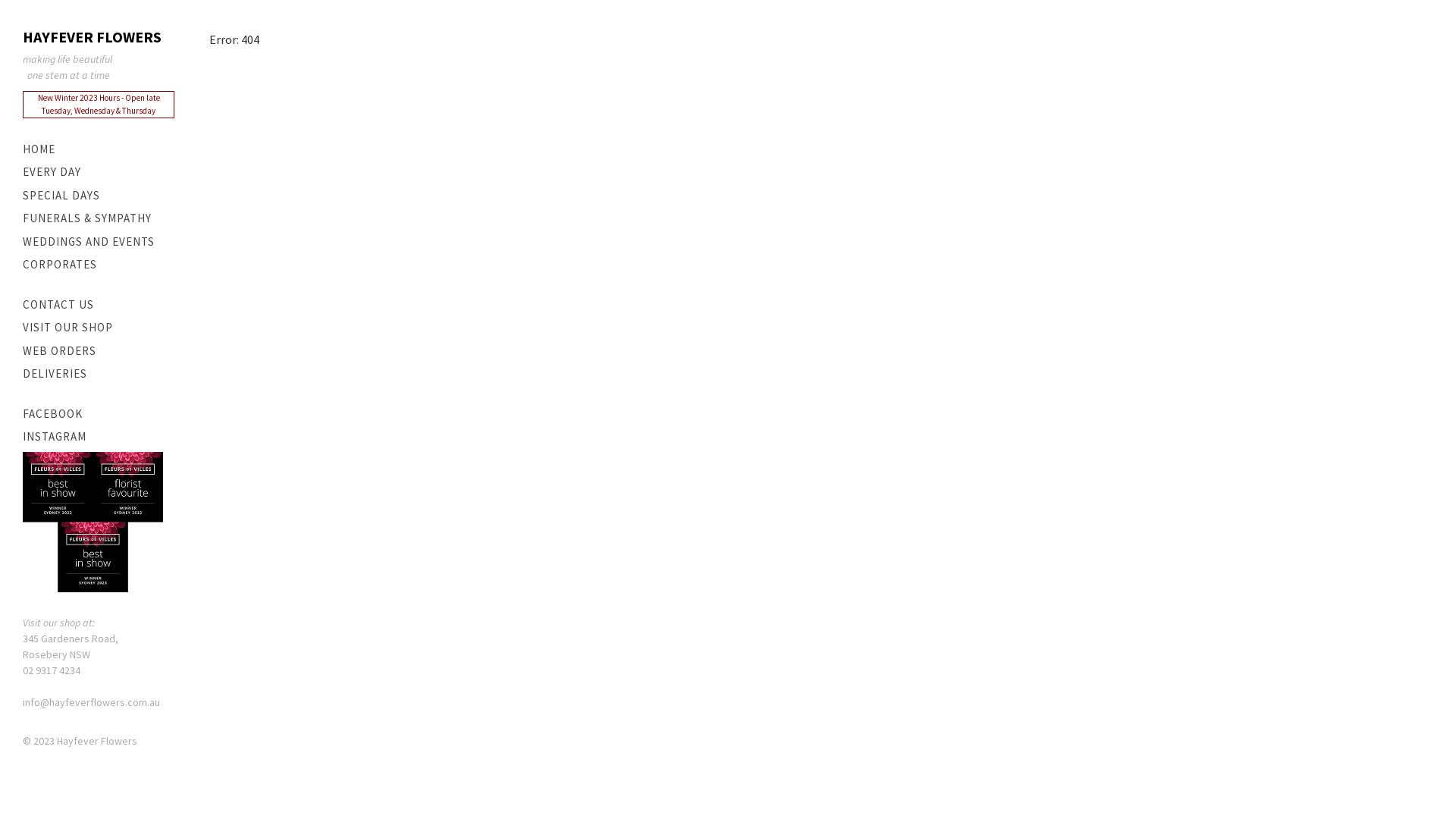 The height and width of the screenshot is (819, 1456). What do you see at coordinates (22, 36) in the screenshot?
I see `'HAYFEVER FLOWERS'` at bounding box center [22, 36].